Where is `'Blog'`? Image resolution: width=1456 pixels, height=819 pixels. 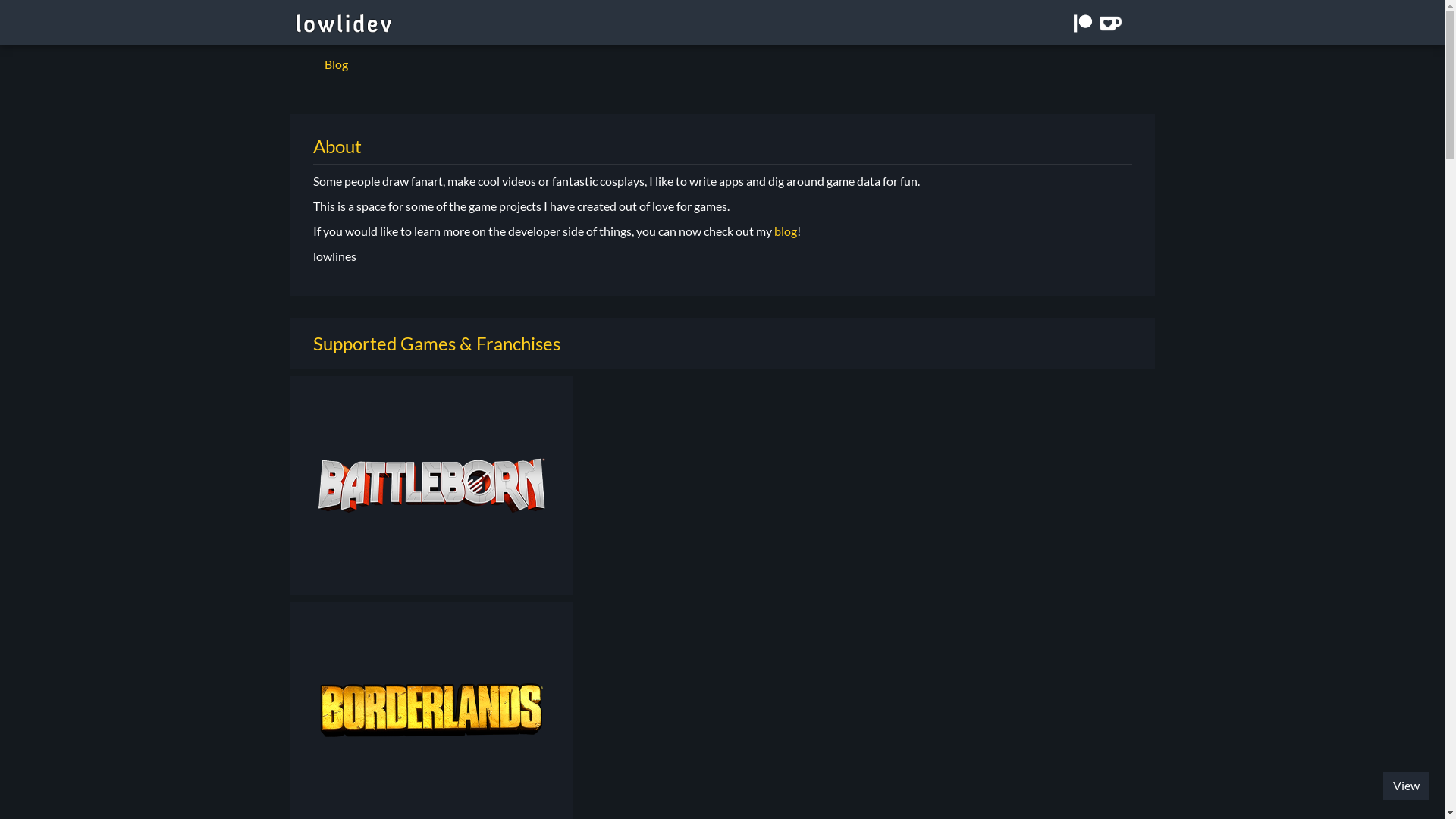 'Blog' is located at coordinates (334, 63).